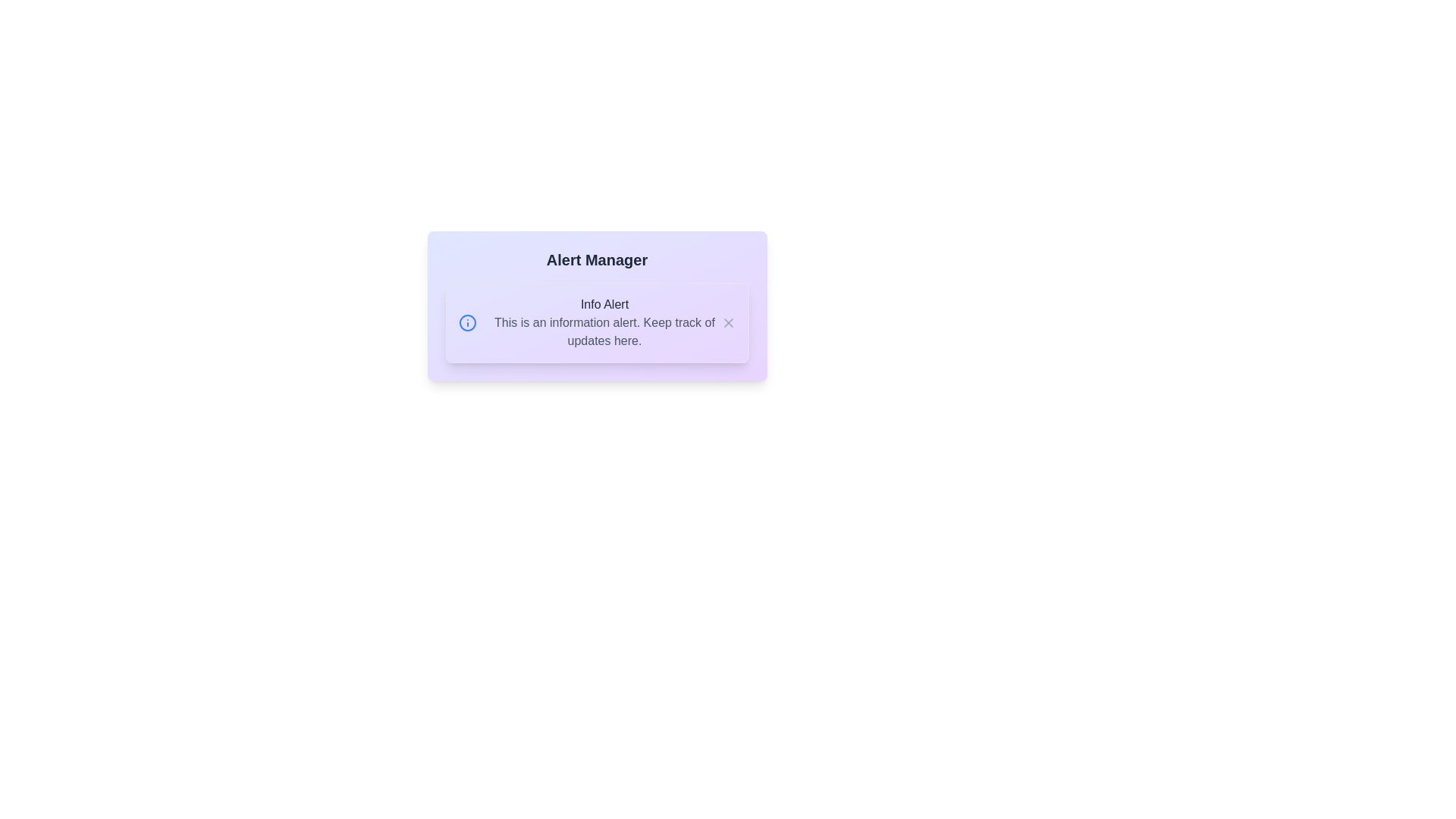 Image resolution: width=1456 pixels, height=819 pixels. What do you see at coordinates (728, 322) in the screenshot?
I see `the close button to toggle the visibility of the alert` at bounding box center [728, 322].